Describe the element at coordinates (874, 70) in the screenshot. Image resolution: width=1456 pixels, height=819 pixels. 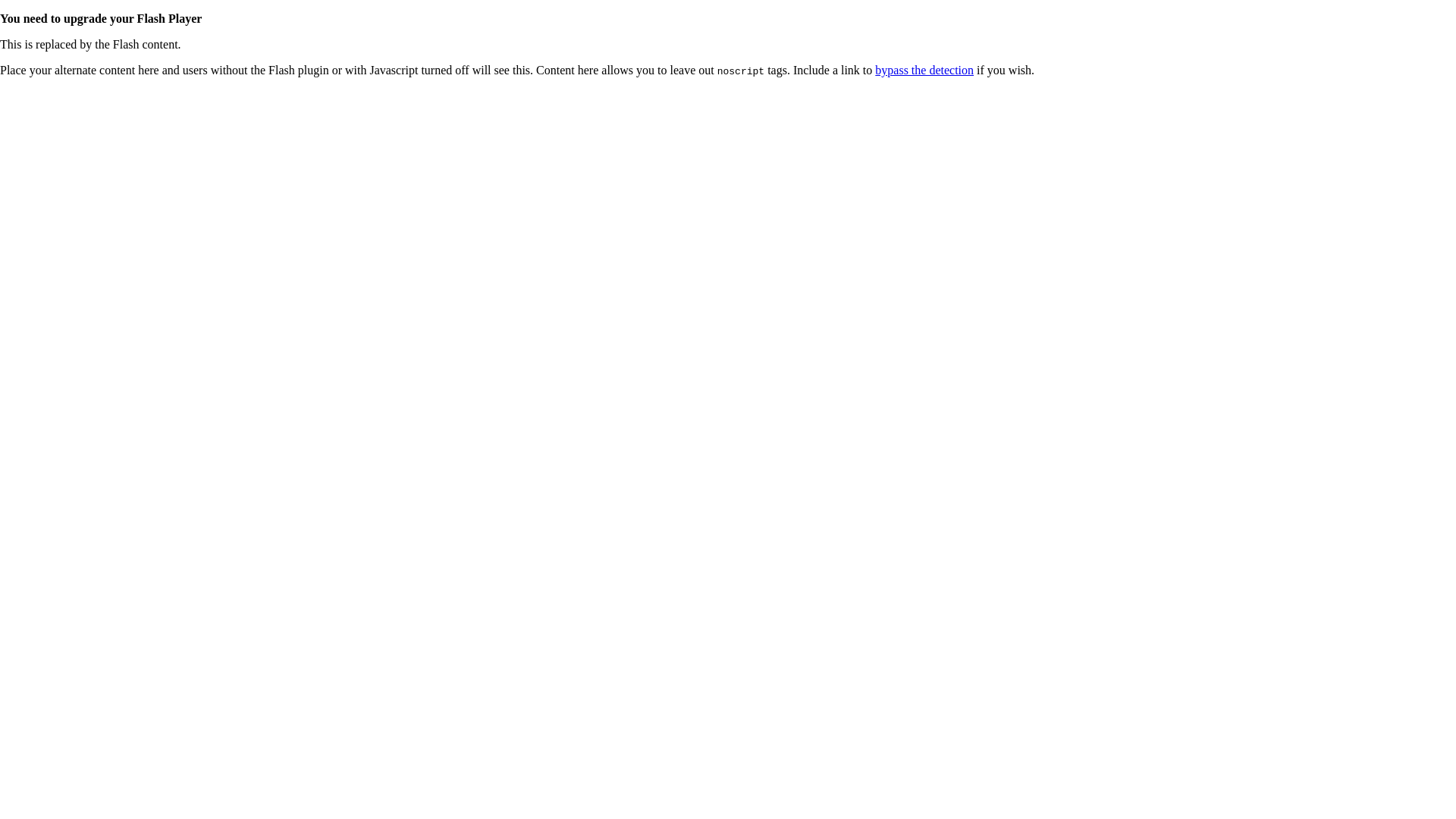
I see `'bypass the detection'` at that location.